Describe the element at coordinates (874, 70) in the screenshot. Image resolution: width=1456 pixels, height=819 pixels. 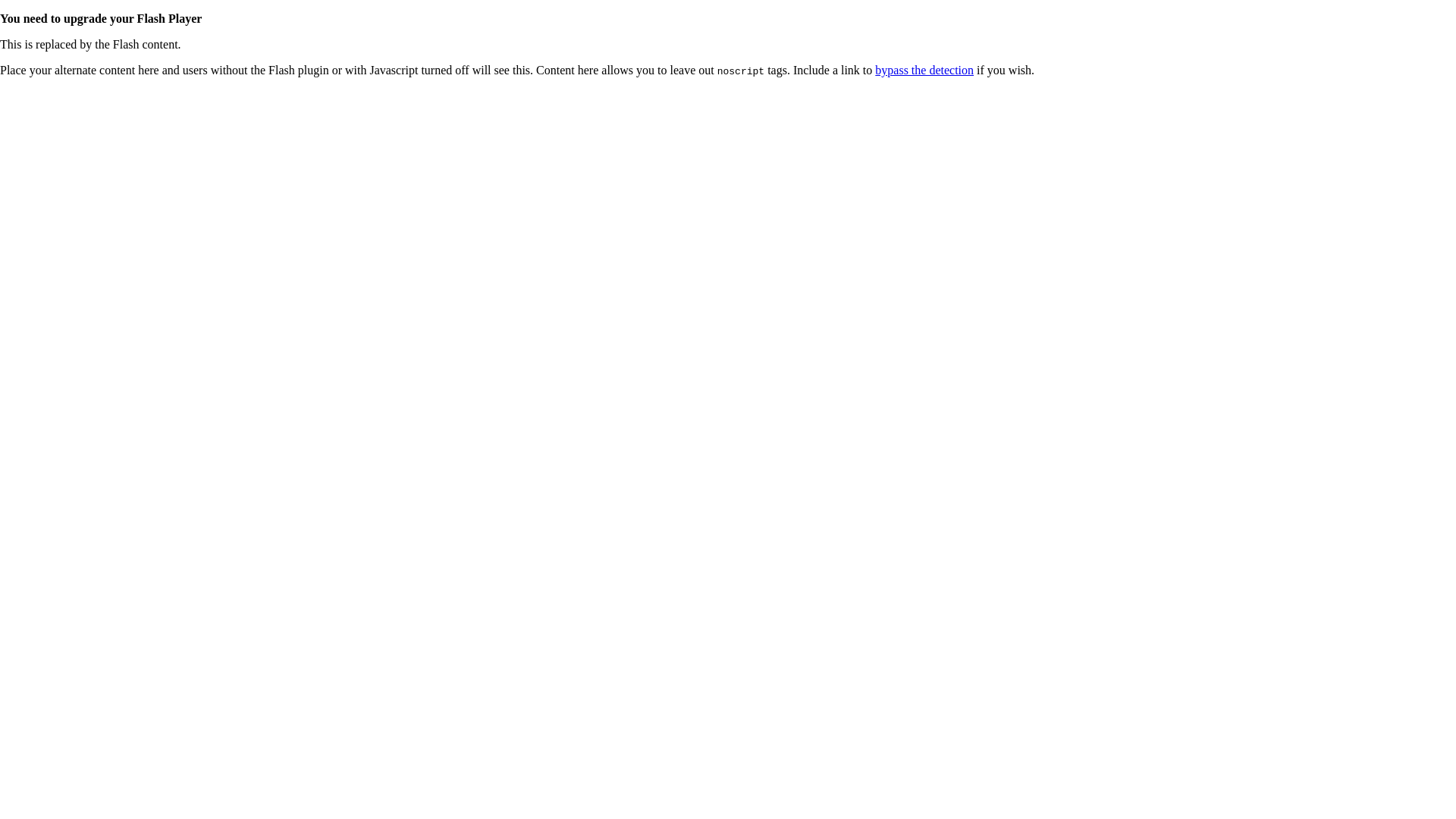
I see `'bypass the detection'` at that location.